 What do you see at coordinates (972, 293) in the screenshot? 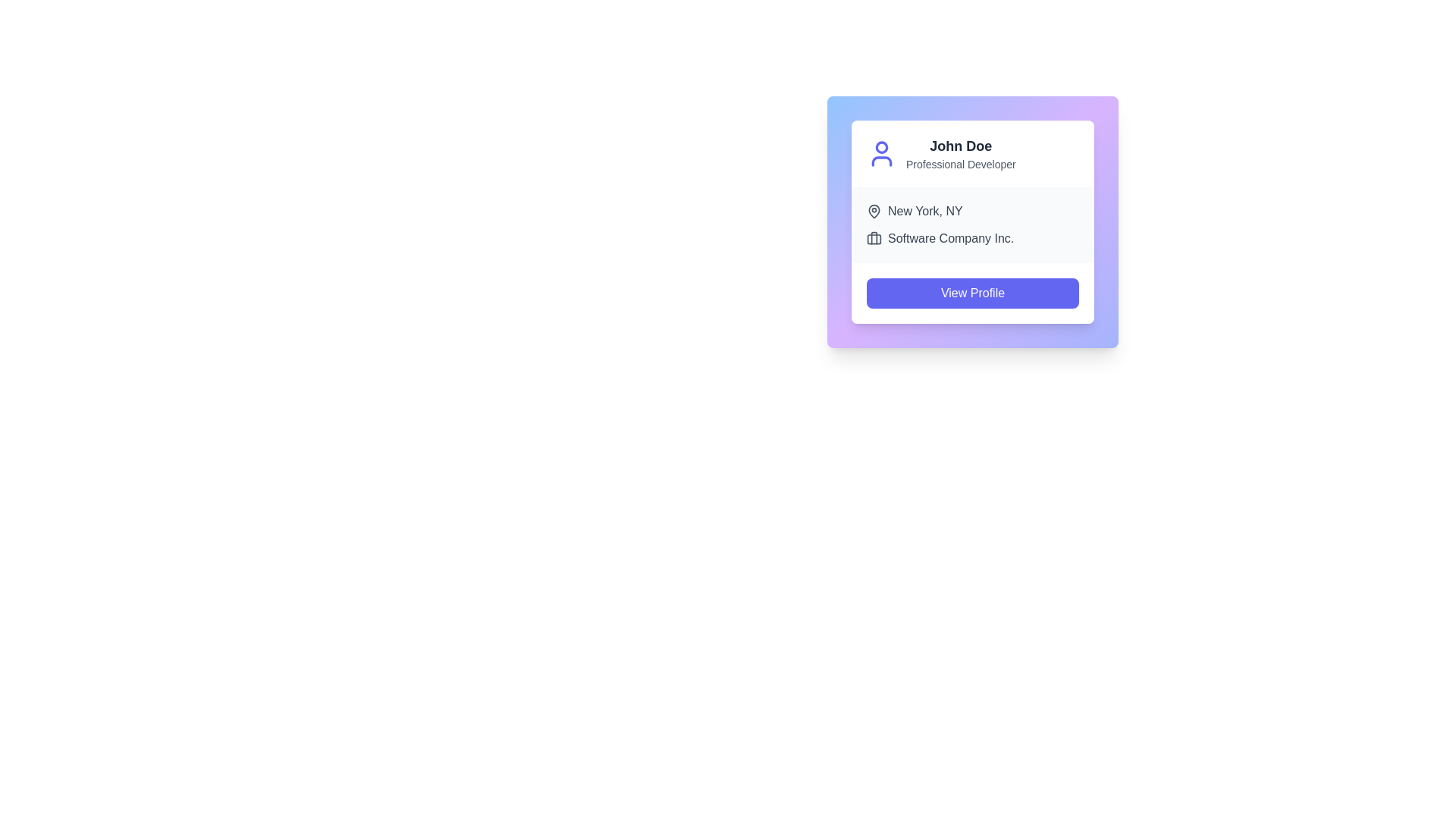
I see `the 'View Profile' button, a rectangular button with rounded corners and a purple background, located at the bottom center of the user profile card` at bounding box center [972, 293].